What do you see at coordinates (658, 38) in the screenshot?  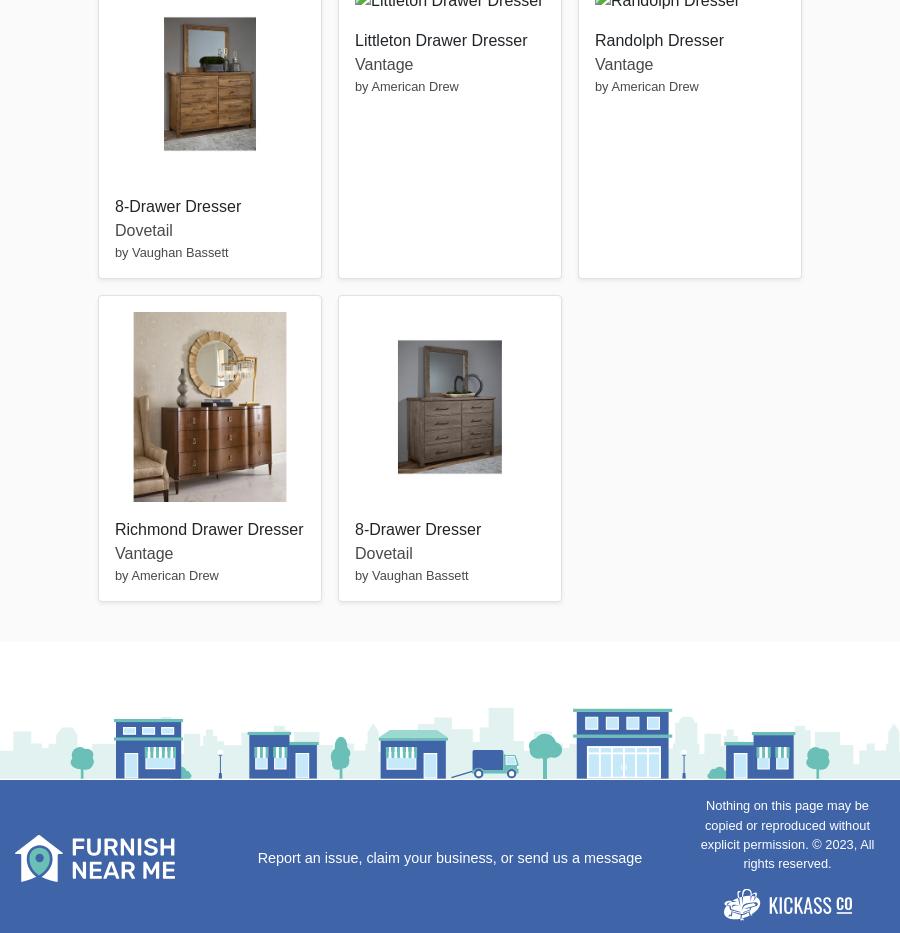 I see `'Randolph Dresser'` at bounding box center [658, 38].